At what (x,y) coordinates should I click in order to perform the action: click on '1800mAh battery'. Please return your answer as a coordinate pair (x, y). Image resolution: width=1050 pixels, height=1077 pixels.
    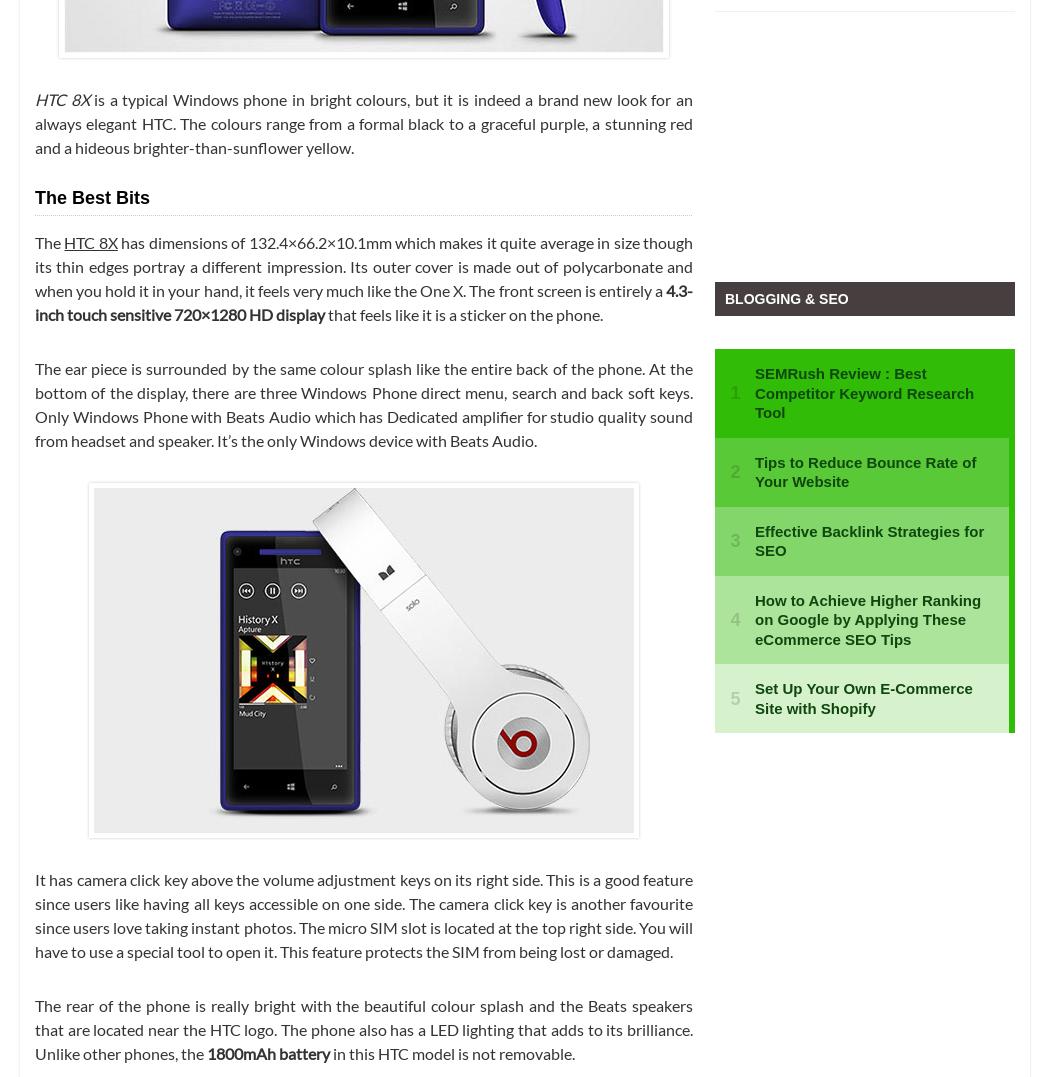
    Looking at the image, I should click on (267, 1052).